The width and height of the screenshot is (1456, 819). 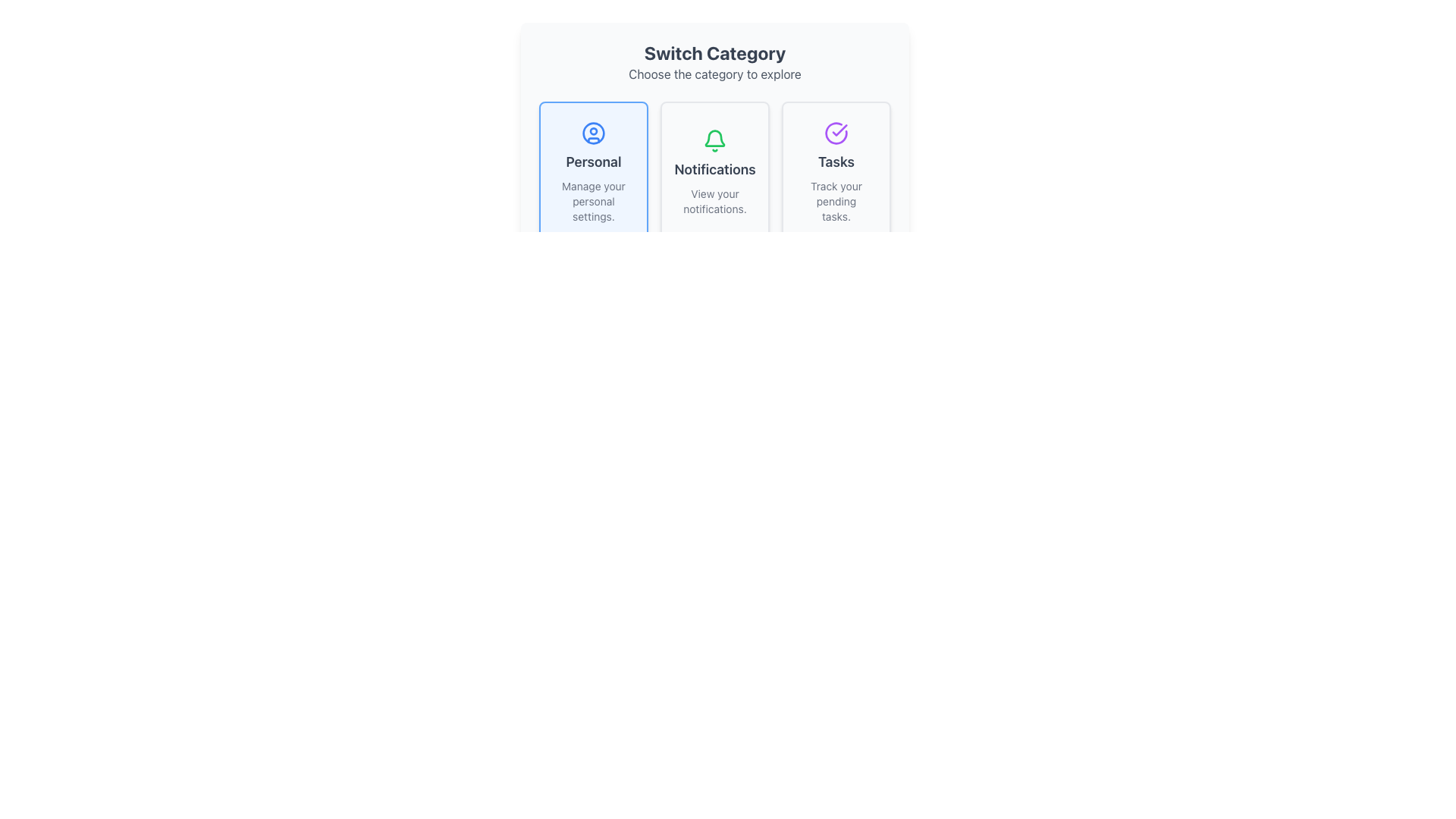 I want to click on the circular purple checkmark icon located in the 'Tasks' card in the 'Switch Category' section, so click(x=836, y=133).